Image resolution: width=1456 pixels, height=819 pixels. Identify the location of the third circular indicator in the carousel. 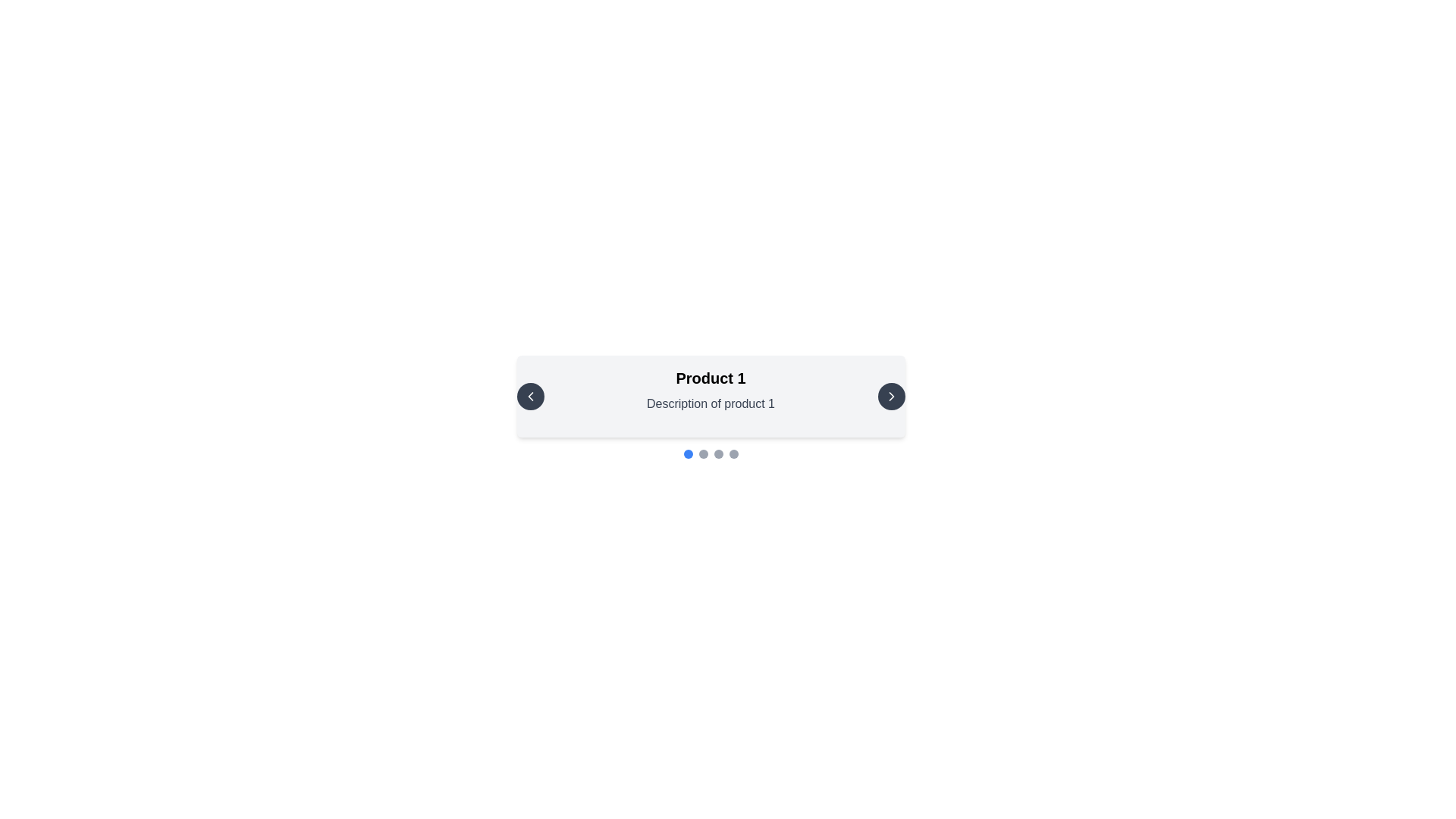
(717, 453).